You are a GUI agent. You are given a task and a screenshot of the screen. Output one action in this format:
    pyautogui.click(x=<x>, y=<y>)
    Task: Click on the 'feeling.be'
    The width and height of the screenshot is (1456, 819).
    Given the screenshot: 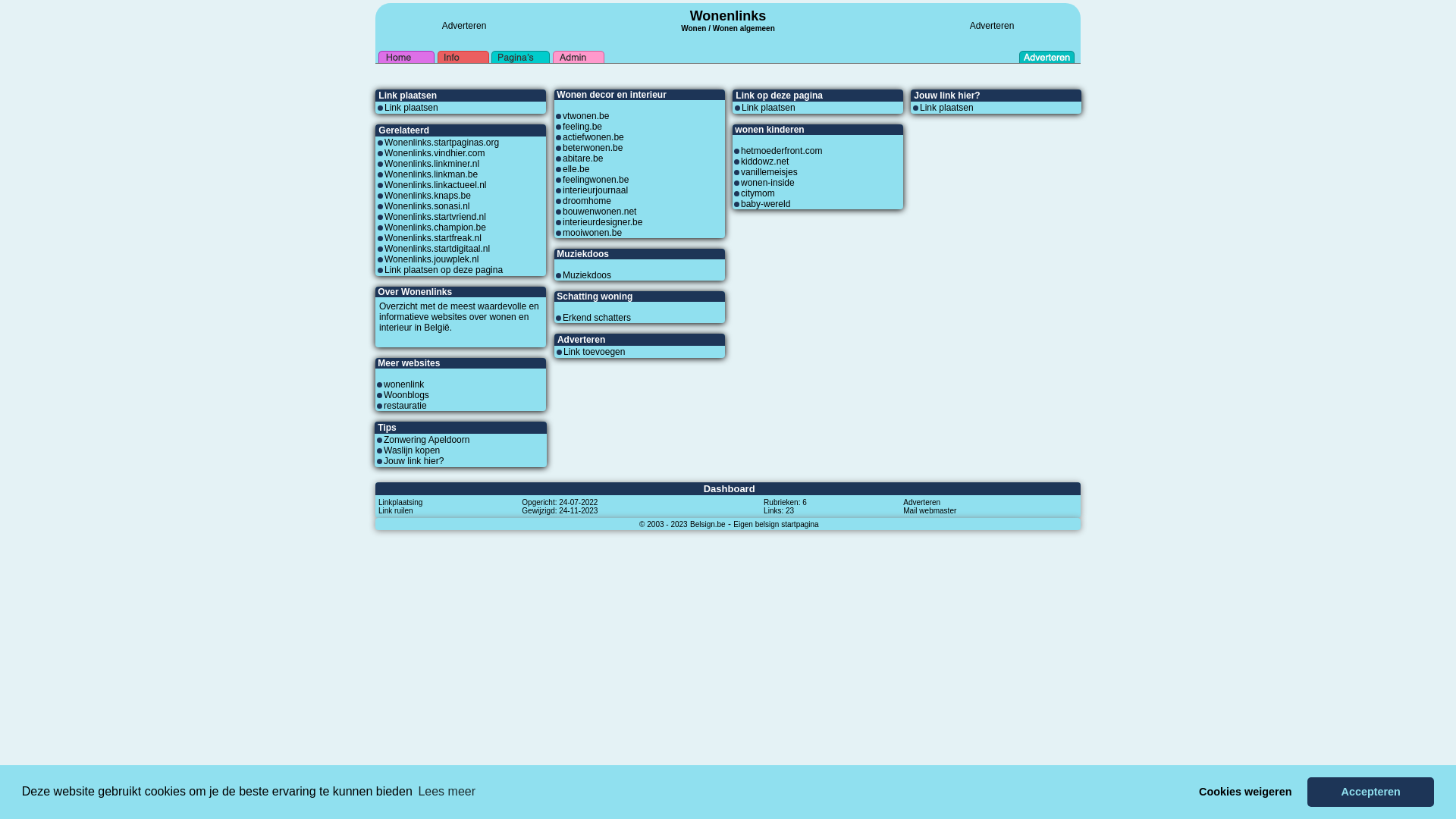 What is the action you would take?
    pyautogui.click(x=582, y=125)
    